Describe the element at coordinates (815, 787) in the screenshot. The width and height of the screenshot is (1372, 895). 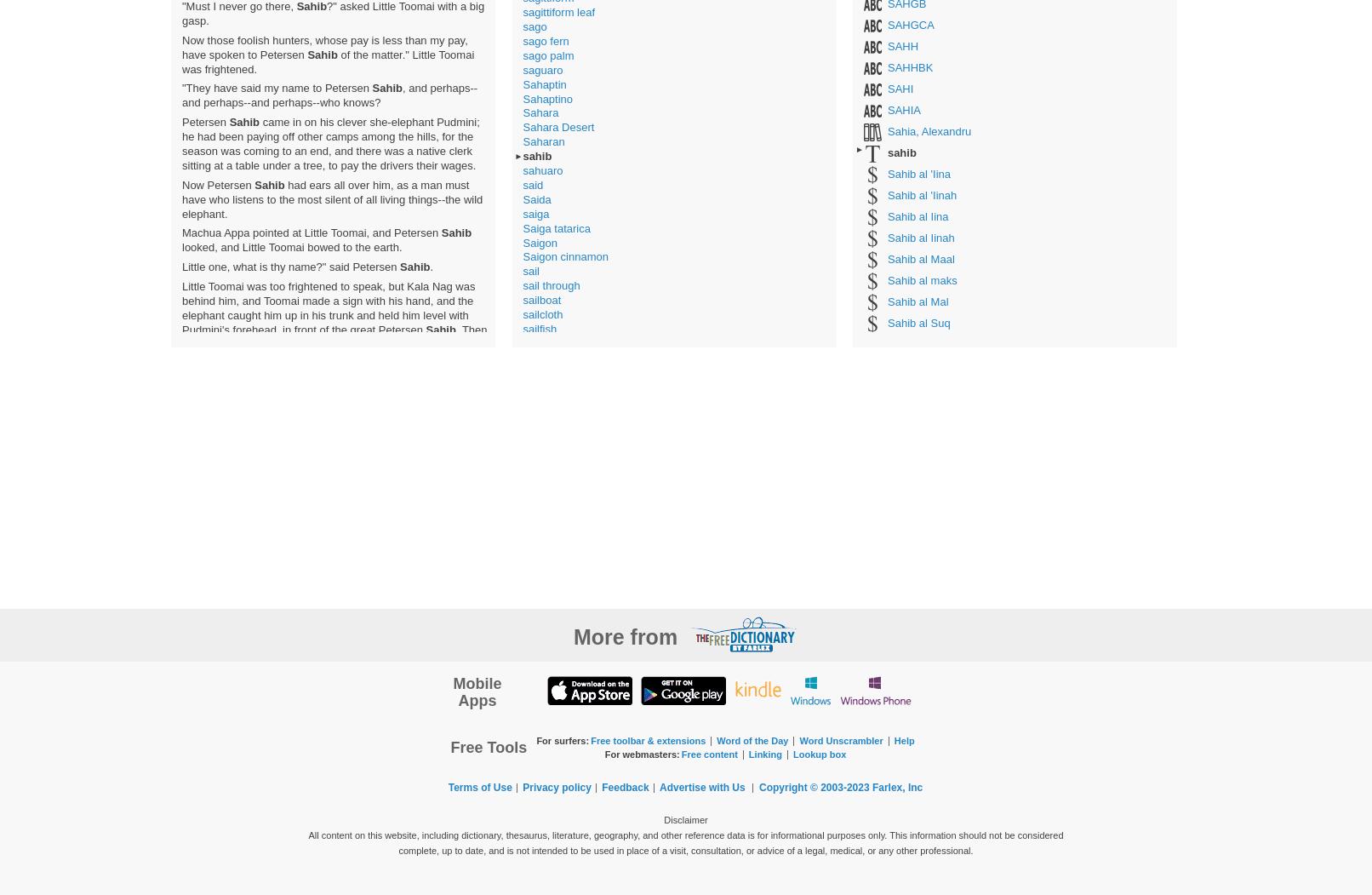
I see `'Copyright © 2003-2023'` at that location.